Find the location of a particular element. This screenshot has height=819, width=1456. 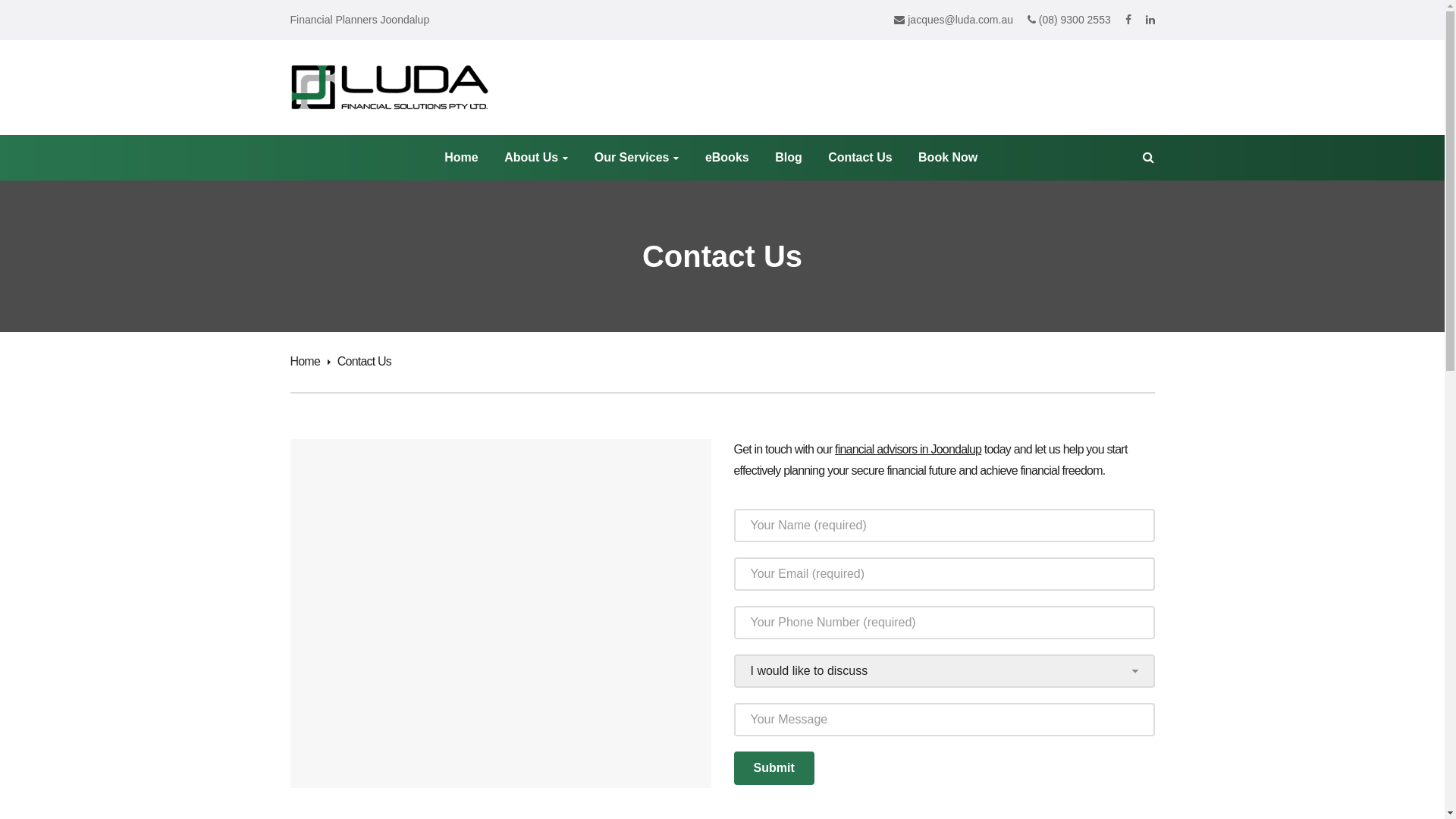

'financial advisors in Joondalup' is located at coordinates (833, 448).